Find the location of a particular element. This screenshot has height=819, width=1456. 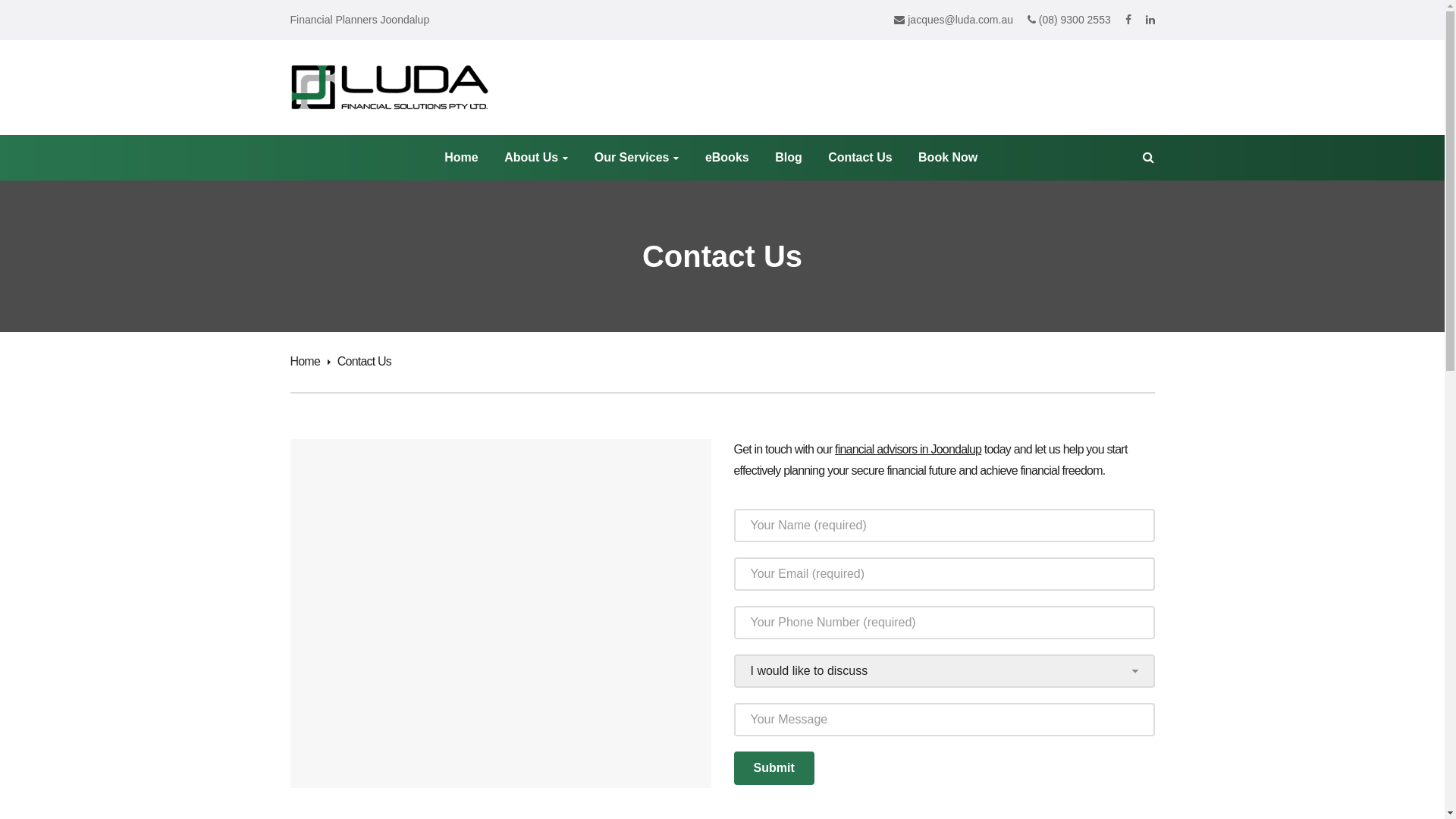

'financial advisors in Joondalup' is located at coordinates (833, 448).